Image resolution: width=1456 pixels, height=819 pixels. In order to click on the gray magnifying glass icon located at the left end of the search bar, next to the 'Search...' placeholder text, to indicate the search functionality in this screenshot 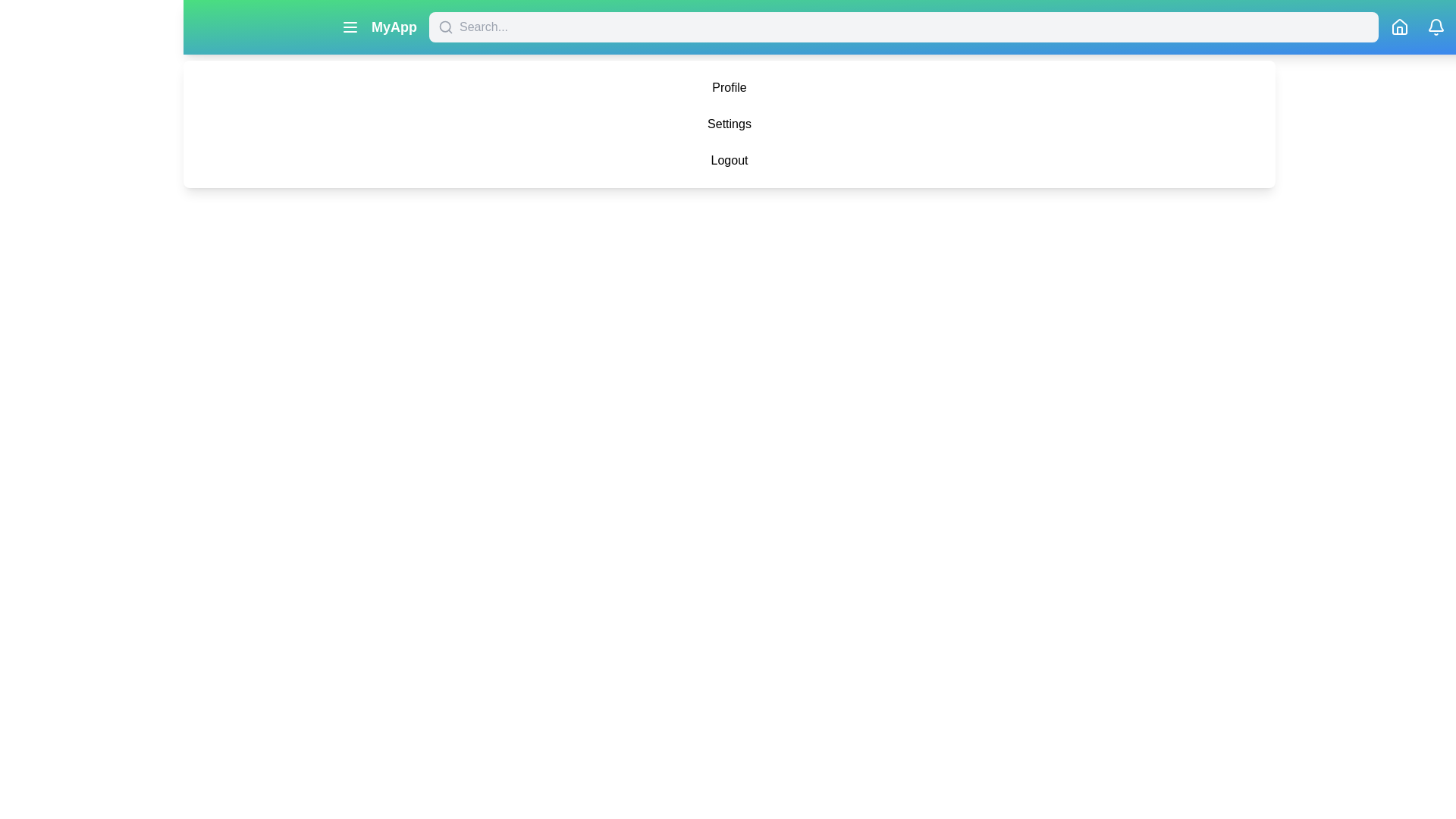, I will do `click(445, 27)`.